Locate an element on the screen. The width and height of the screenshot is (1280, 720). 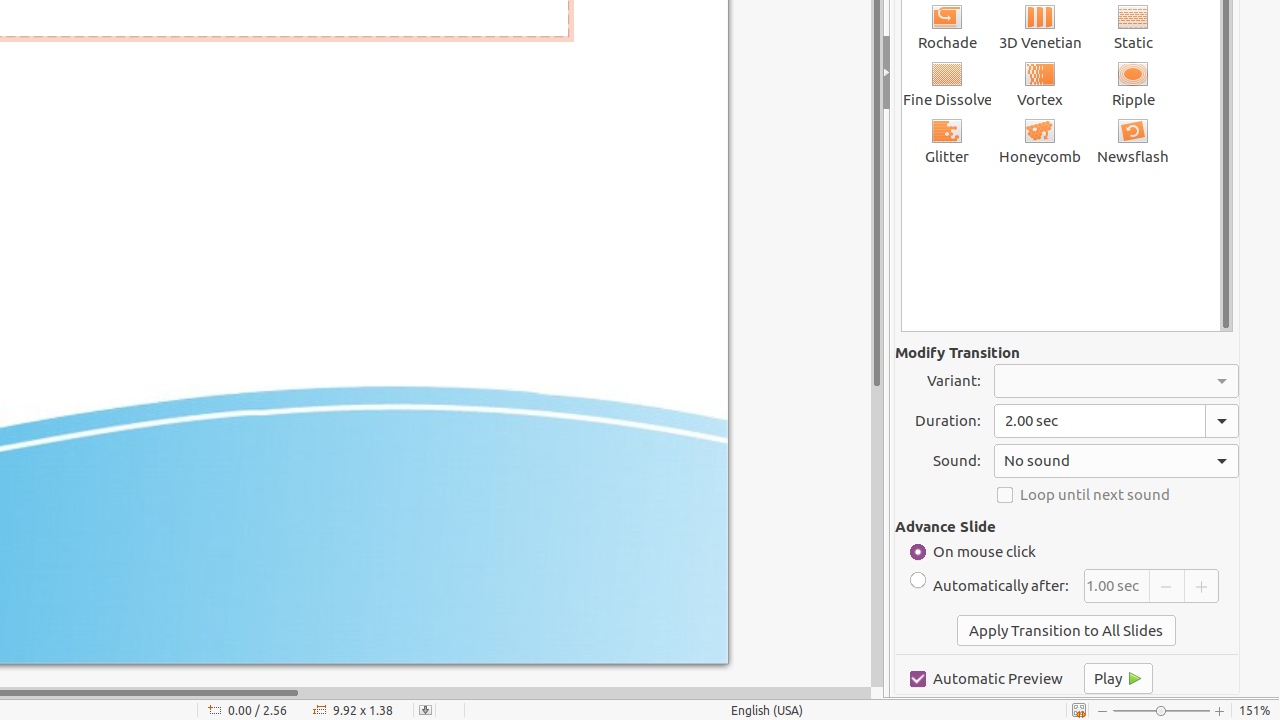
'Vortex' is located at coordinates (1040, 82).